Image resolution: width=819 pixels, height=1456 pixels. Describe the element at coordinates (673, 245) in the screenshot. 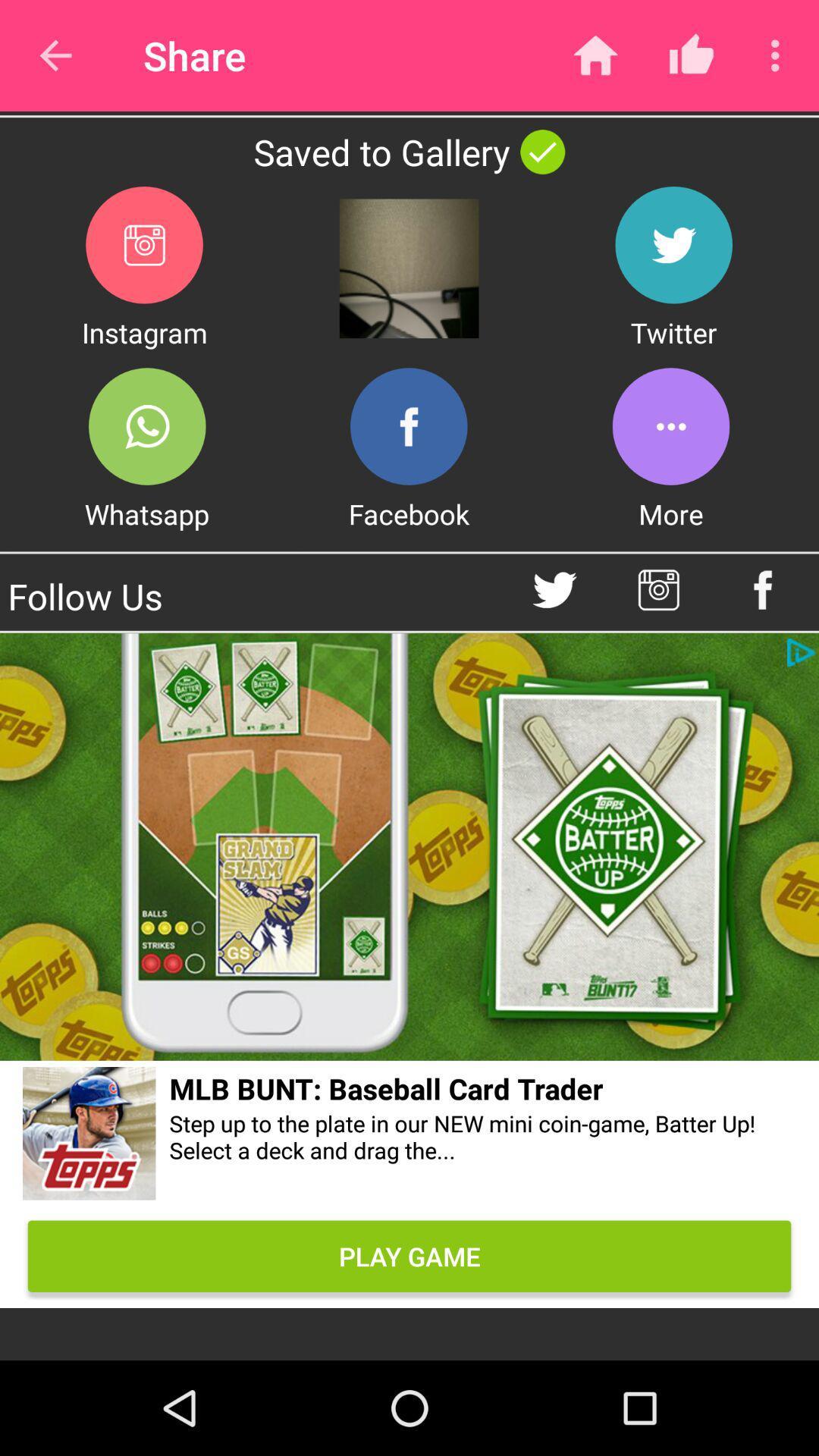

I see `twitter` at that location.